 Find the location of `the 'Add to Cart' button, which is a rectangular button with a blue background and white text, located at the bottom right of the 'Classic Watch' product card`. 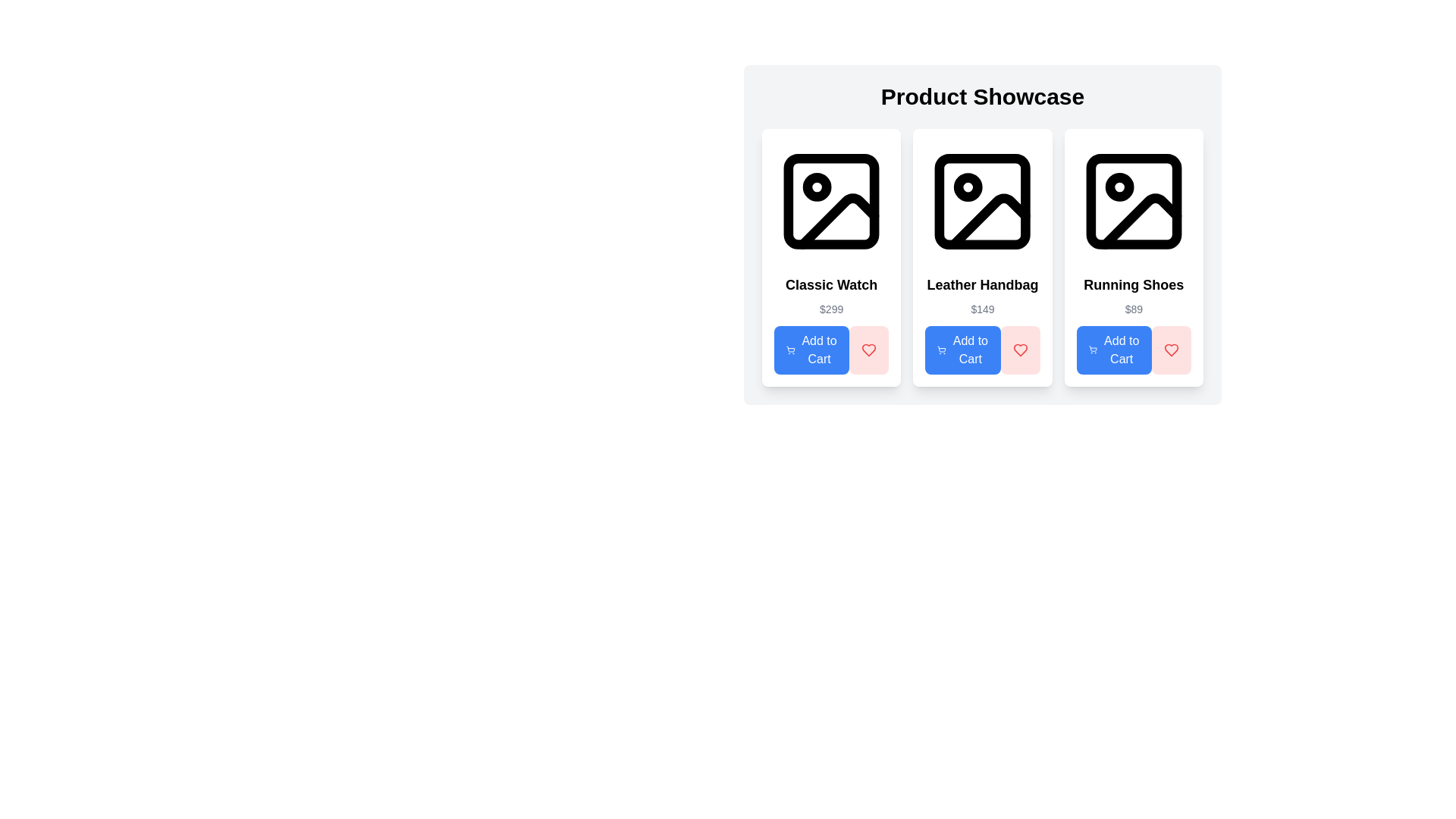

the 'Add to Cart' button, which is a rectangular button with a blue background and white text, located at the bottom right of the 'Classic Watch' product card is located at coordinates (830, 350).